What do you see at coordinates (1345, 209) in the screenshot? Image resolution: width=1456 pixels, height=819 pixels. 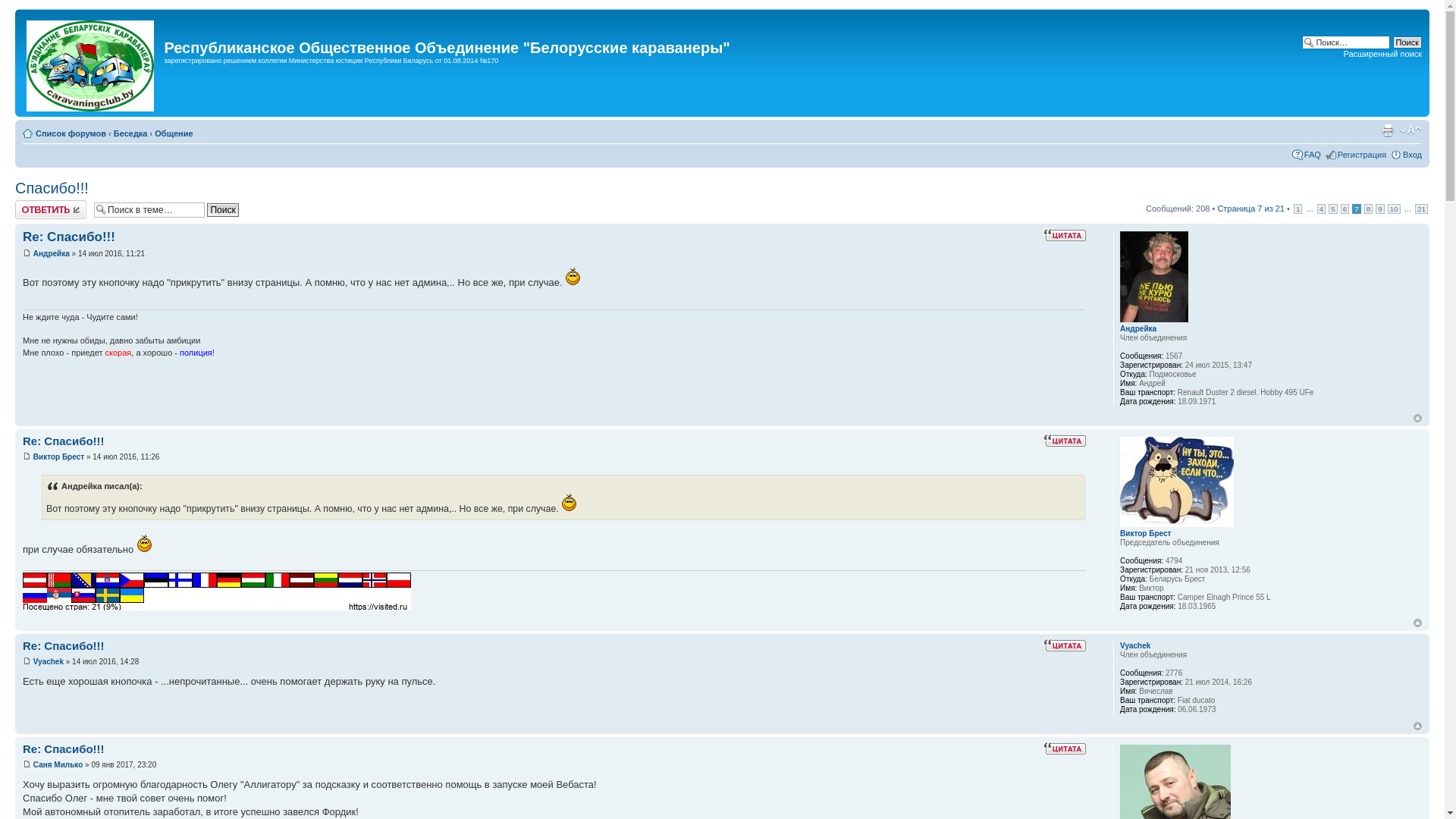 I see `'6'` at bounding box center [1345, 209].